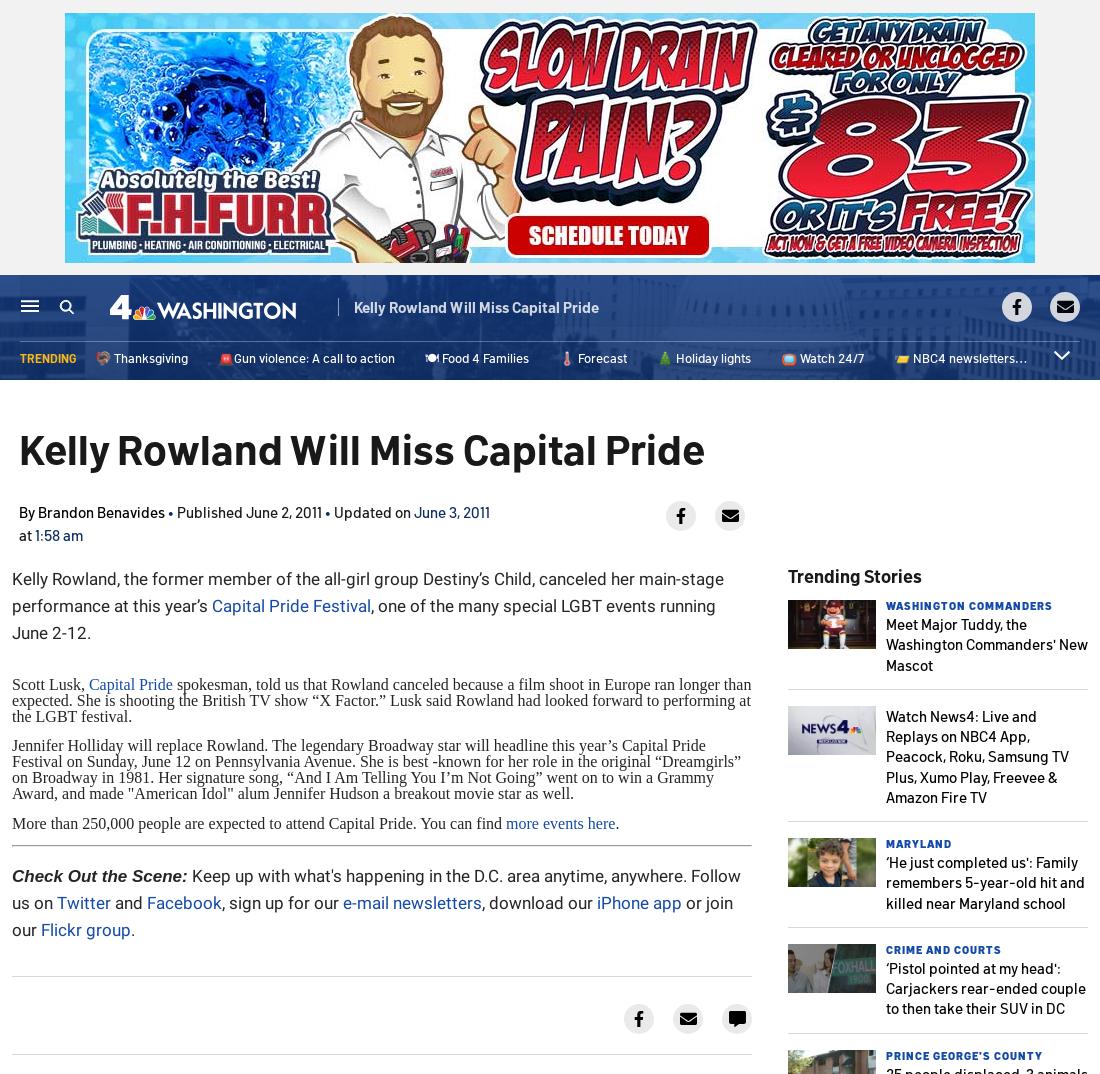 The height and width of the screenshot is (1074, 1100). Describe the element at coordinates (374, 511) in the screenshot. I see `'Updated on'` at that location.